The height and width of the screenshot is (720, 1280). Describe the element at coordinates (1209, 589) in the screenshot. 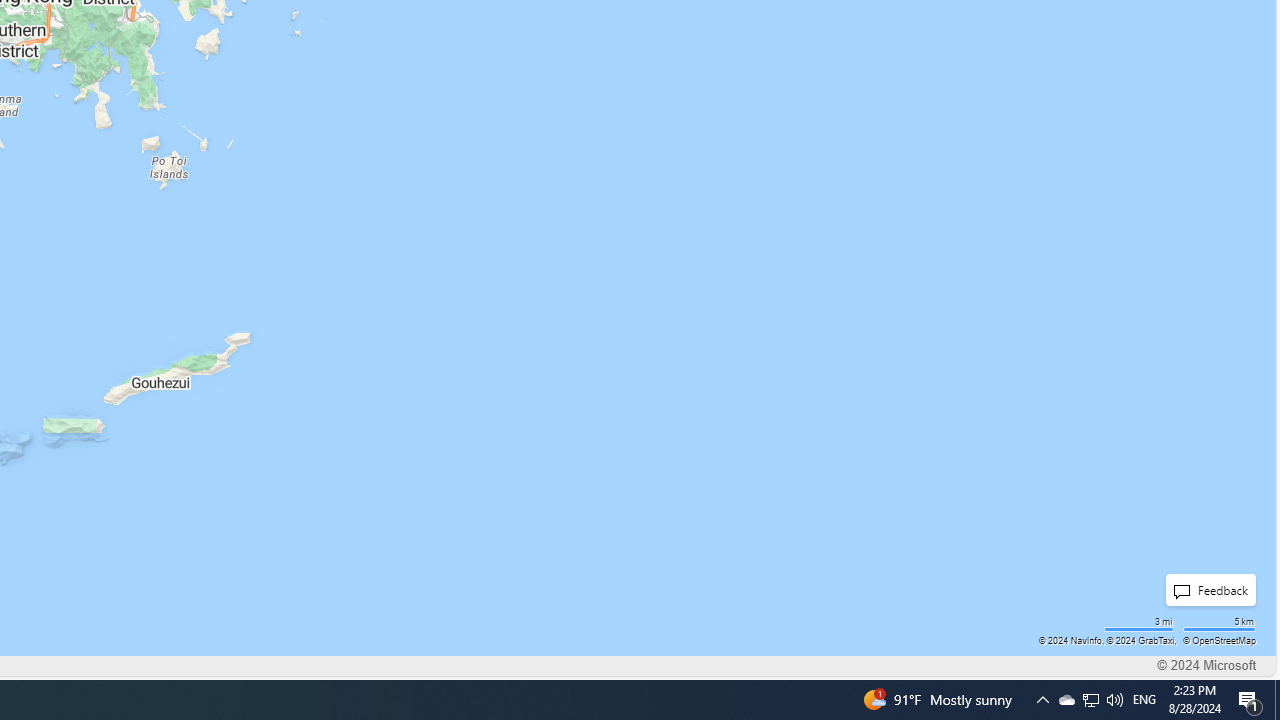

I see `'Feedback'` at that location.